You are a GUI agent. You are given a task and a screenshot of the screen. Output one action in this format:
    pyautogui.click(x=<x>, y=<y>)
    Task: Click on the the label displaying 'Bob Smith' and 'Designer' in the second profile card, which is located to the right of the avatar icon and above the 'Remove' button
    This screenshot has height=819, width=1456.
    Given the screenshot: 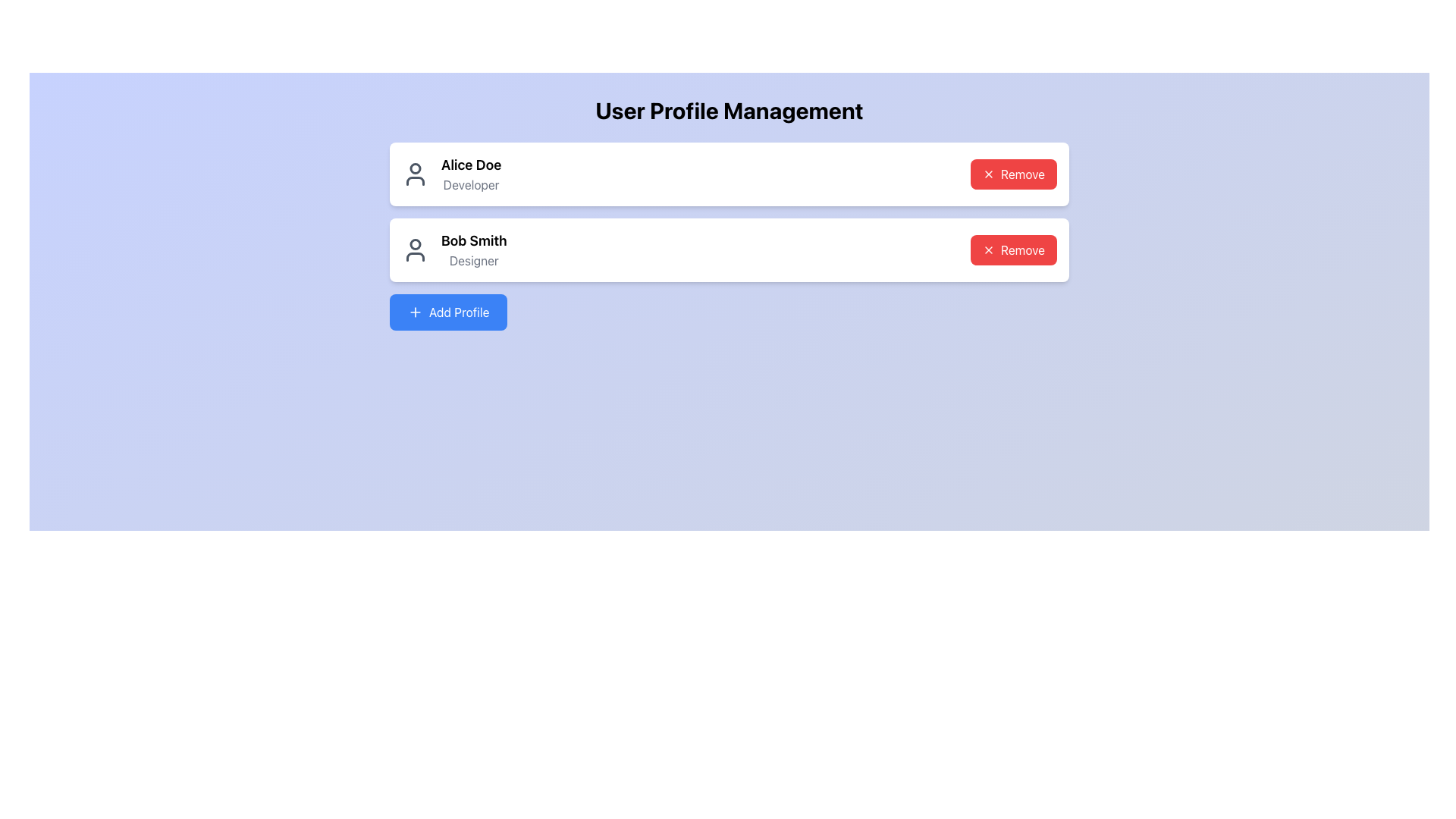 What is the action you would take?
    pyautogui.click(x=453, y=249)
    